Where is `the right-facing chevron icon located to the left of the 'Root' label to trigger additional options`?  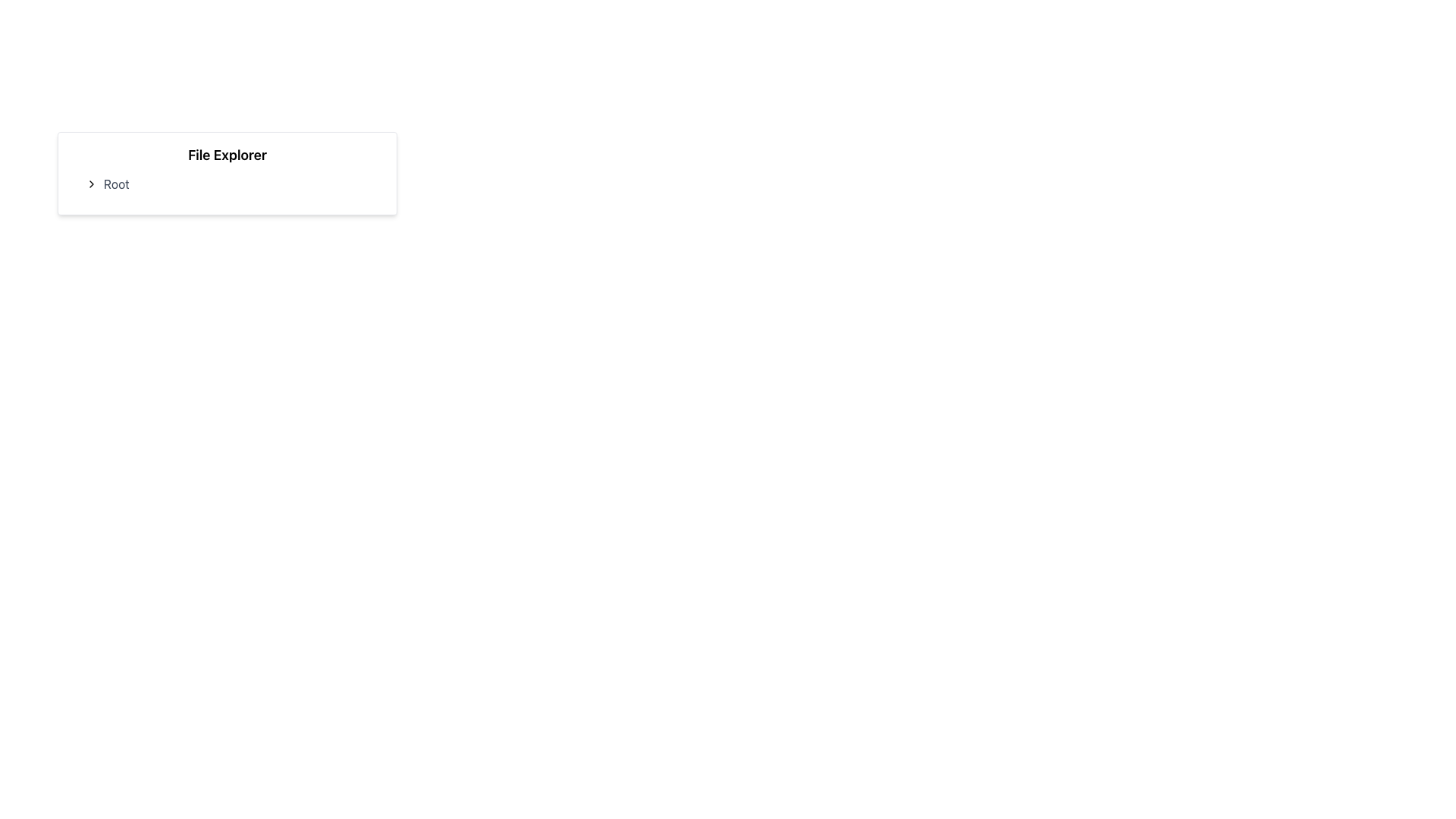 the right-facing chevron icon located to the left of the 'Root' label to trigger additional options is located at coordinates (90, 184).